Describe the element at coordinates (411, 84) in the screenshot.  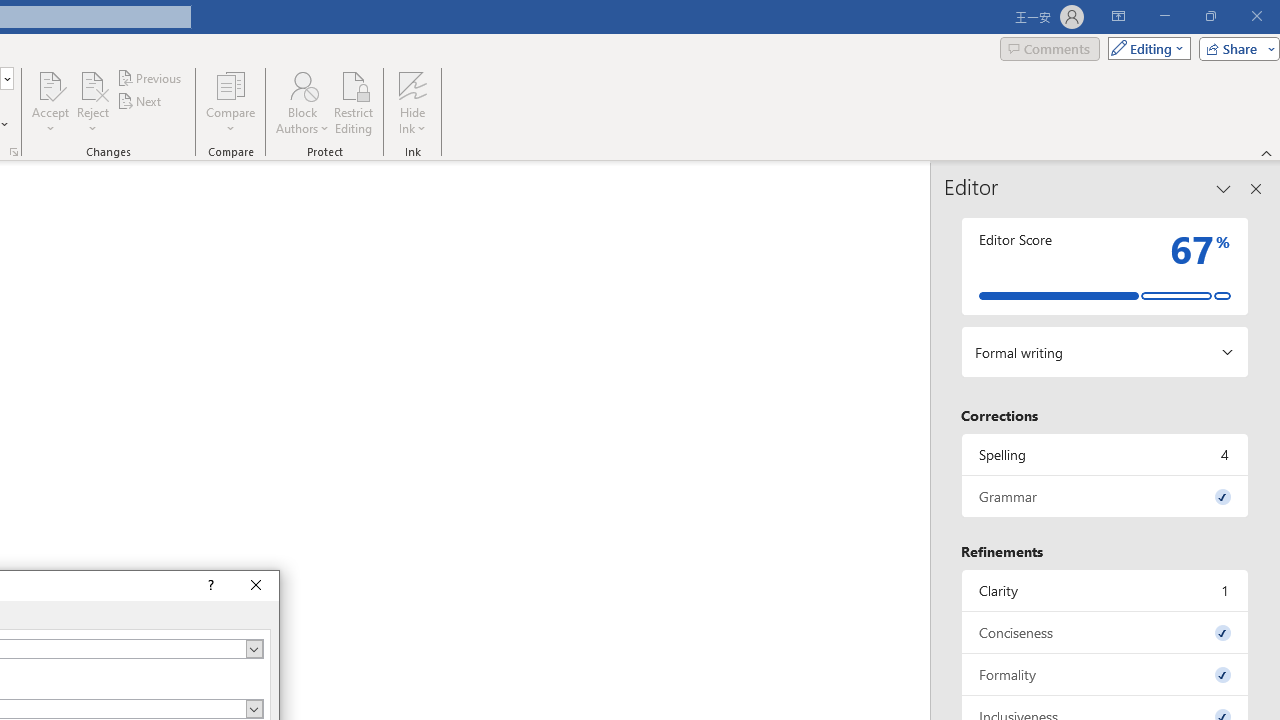
I see `'Hide Ink'` at that location.